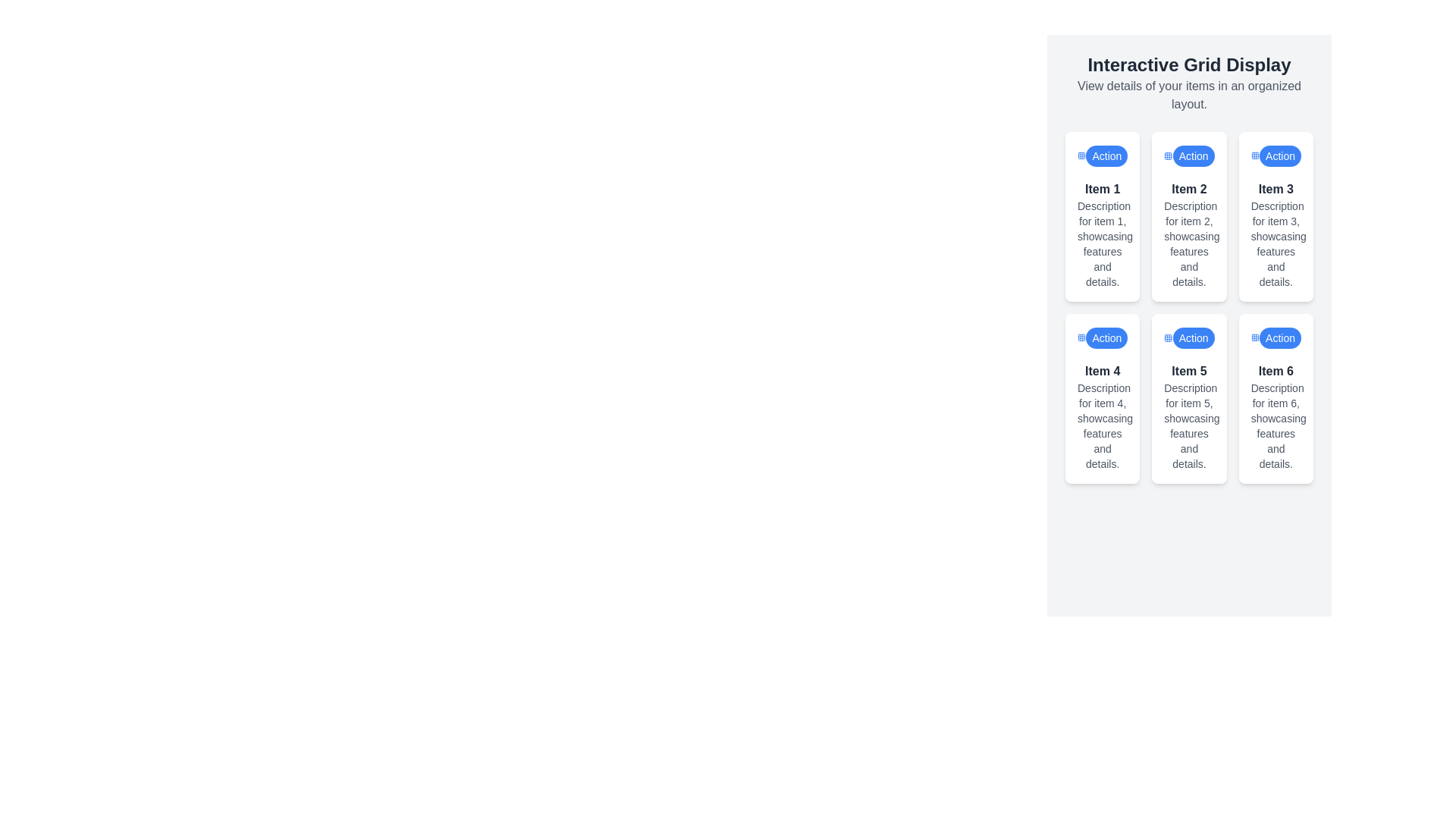 The width and height of the screenshot is (1456, 819). I want to click on text label 'Item 6' which is bolded and styled, located at the top of the rightmost card in a three-column grid layout, so click(1275, 371).